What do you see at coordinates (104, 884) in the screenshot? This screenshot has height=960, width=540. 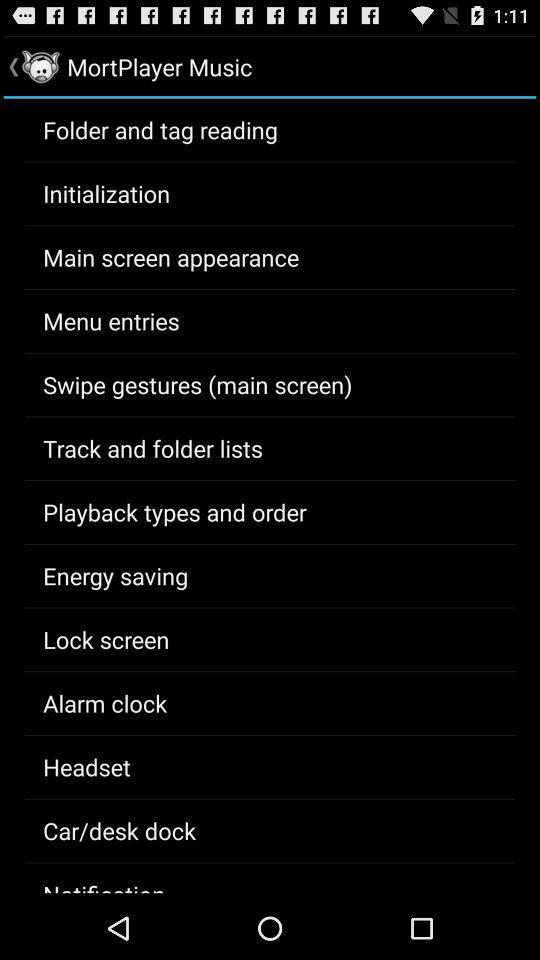 I see `item below the car/desk dock icon` at bounding box center [104, 884].